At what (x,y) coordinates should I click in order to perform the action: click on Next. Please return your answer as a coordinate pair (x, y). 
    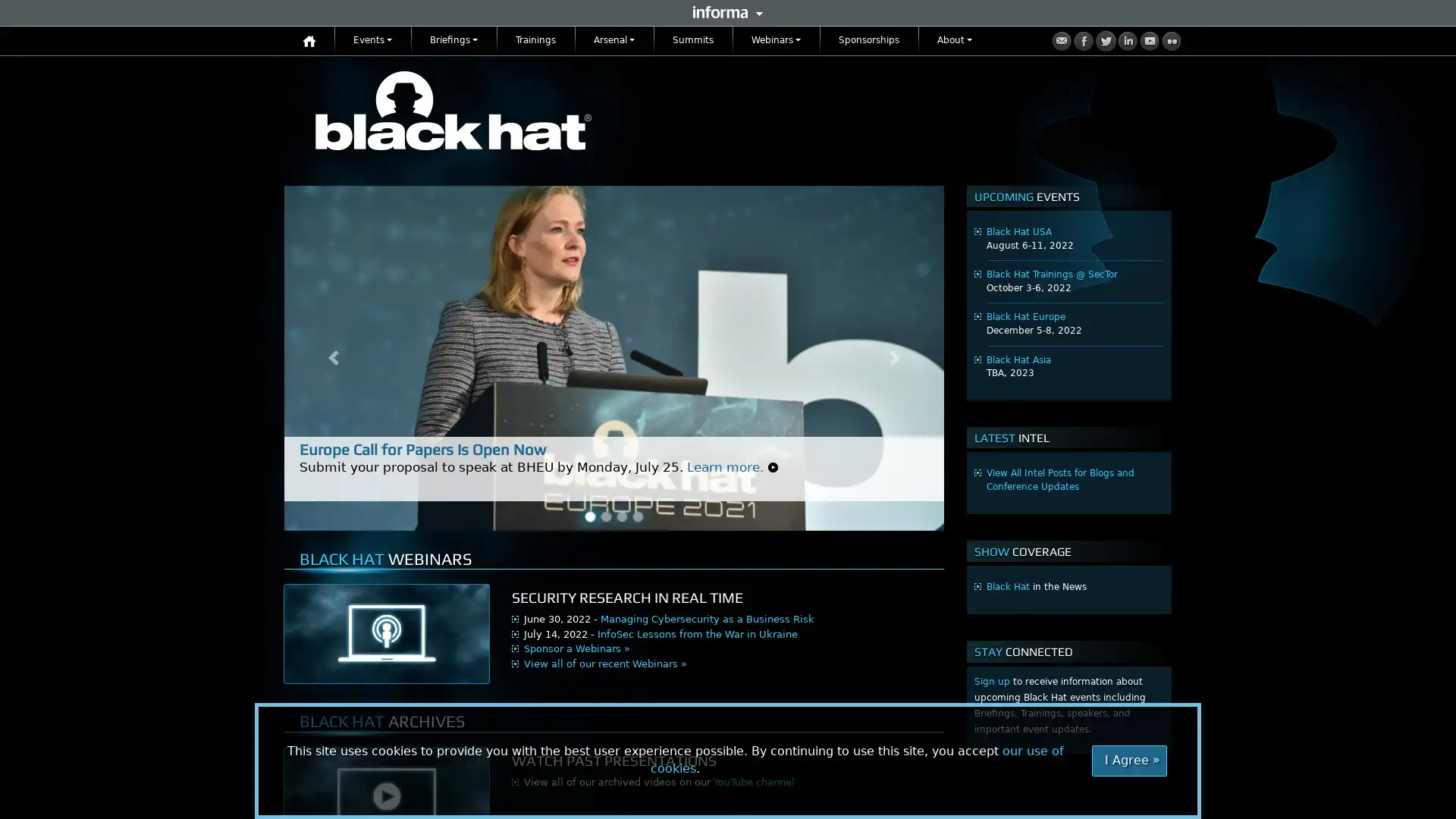
    Looking at the image, I should click on (894, 357).